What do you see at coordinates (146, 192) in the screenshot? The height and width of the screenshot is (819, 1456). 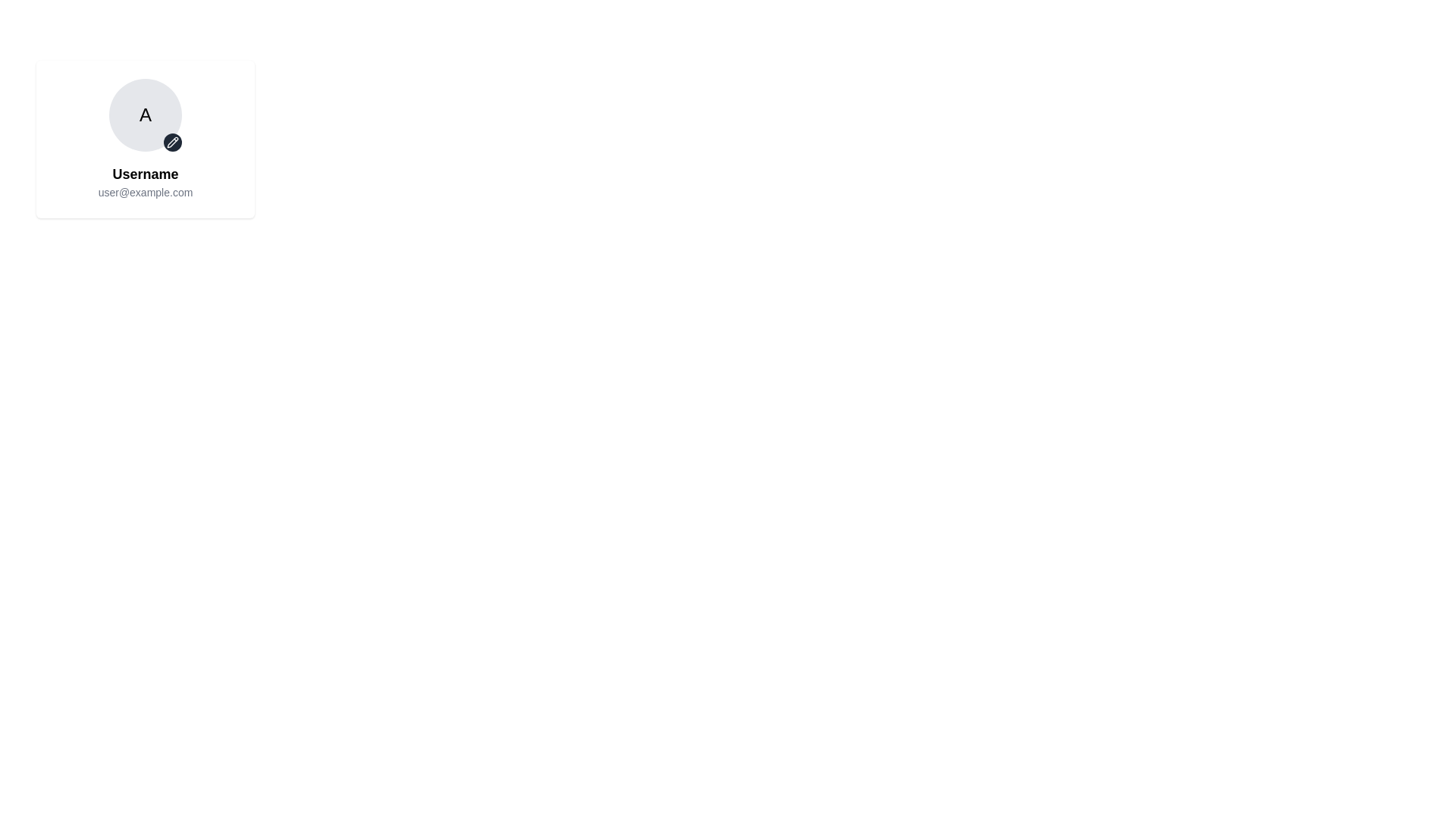 I see `text displayed in the email address Text Label, which is located directly below the Username label and serves to identify the user` at bounding box center [146, 192].